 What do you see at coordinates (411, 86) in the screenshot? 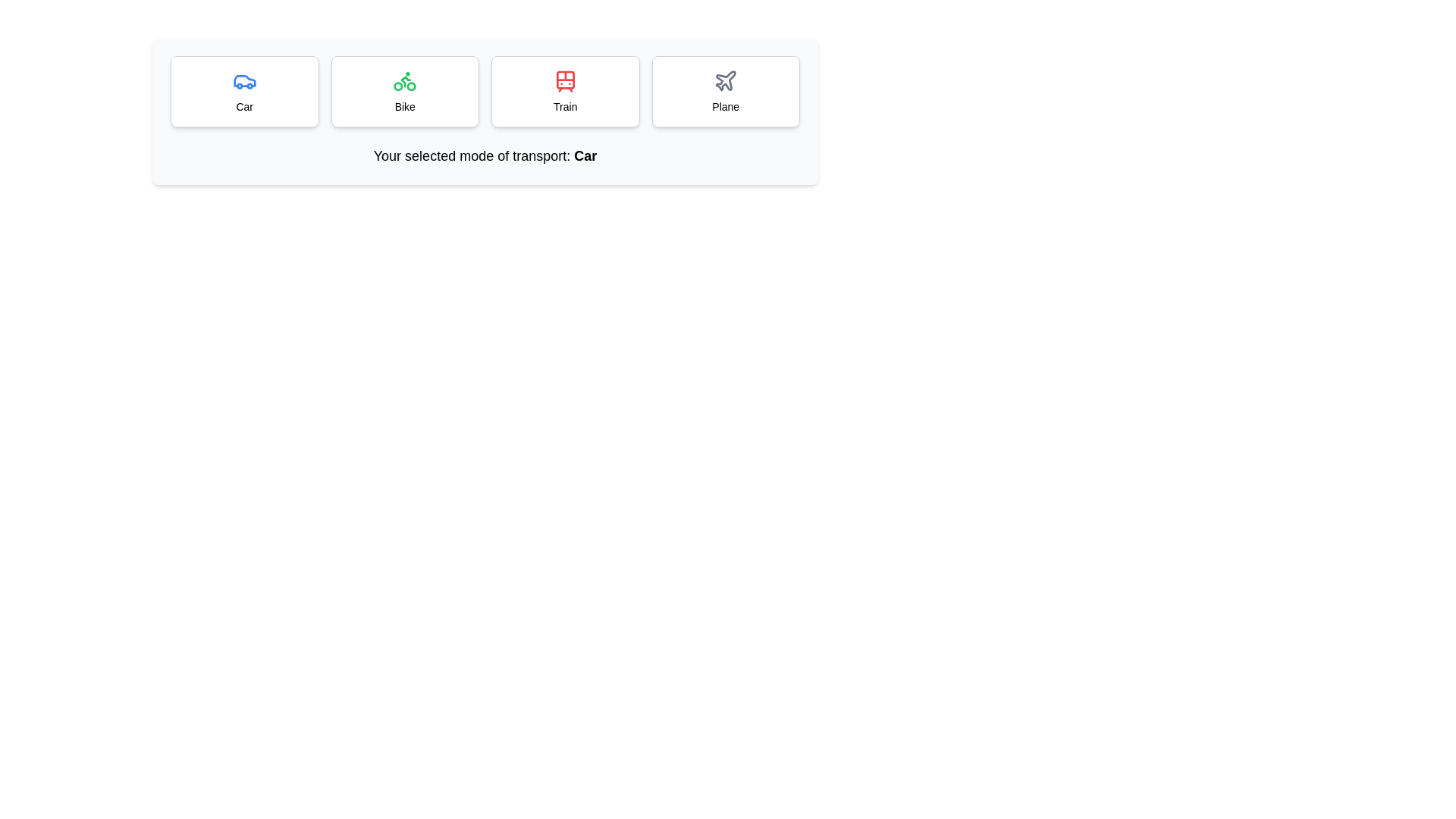
I see `the right wheel icon of the bike in the transport mode selector, located in the second button from the left` at bounding box center [411, 86].